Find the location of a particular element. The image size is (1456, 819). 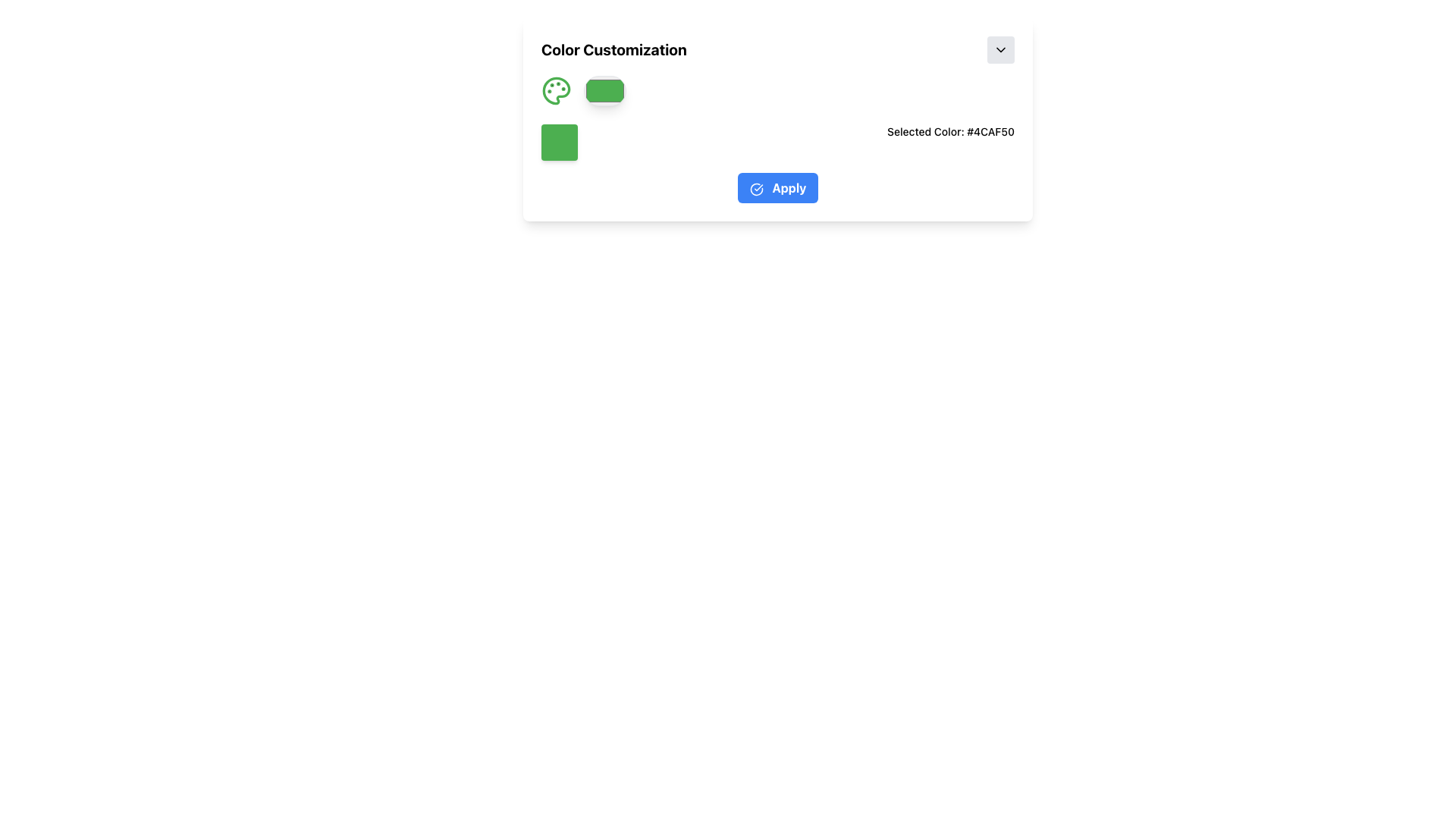

the text label displaying 'Selected Color: #4CAF50' located on the right side of the color customization modal is located at coordinates (950, 143).